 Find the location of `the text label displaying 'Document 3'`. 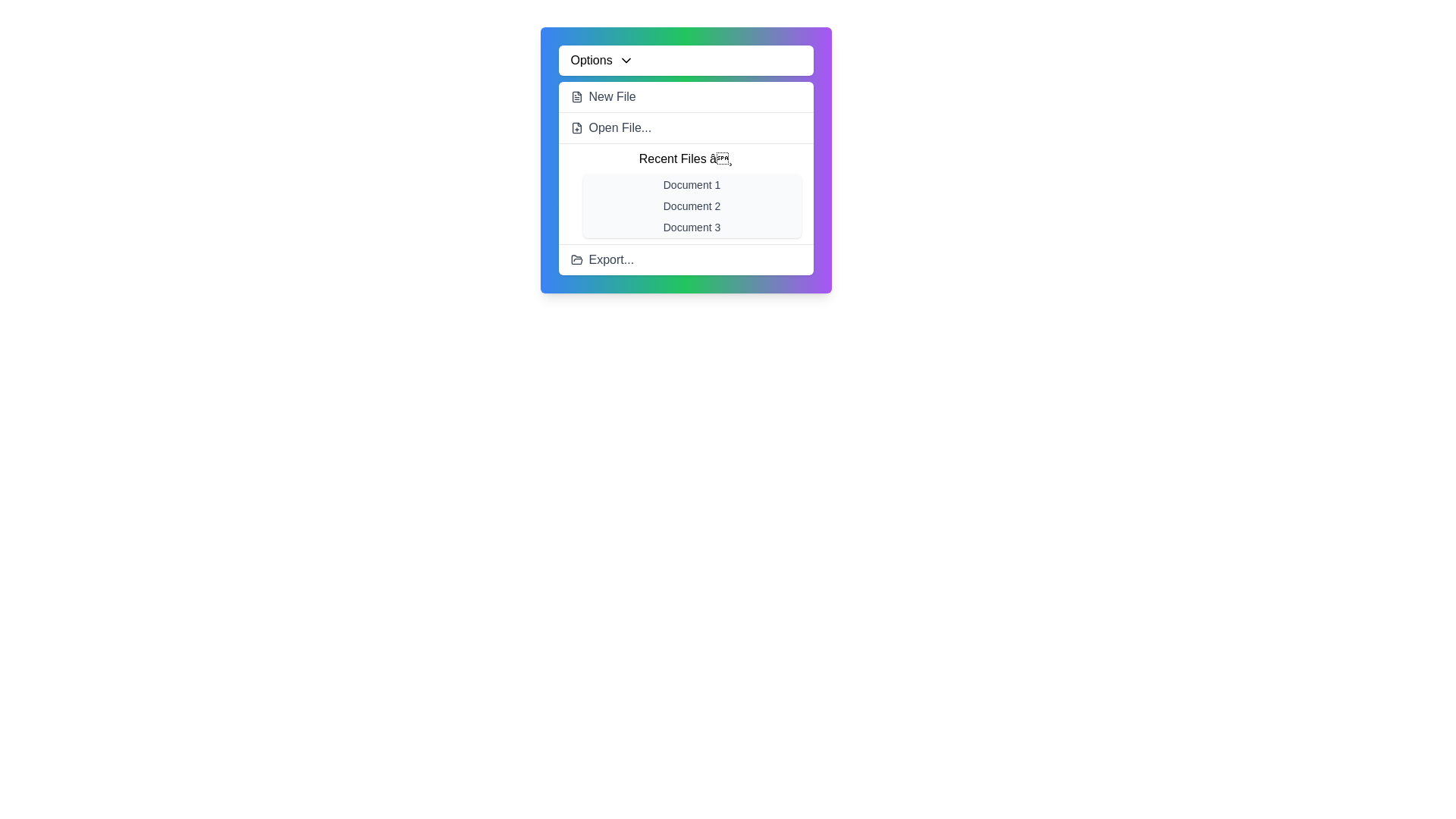

the text label displaying 'Document 3' is located at coordinates (691, 227).